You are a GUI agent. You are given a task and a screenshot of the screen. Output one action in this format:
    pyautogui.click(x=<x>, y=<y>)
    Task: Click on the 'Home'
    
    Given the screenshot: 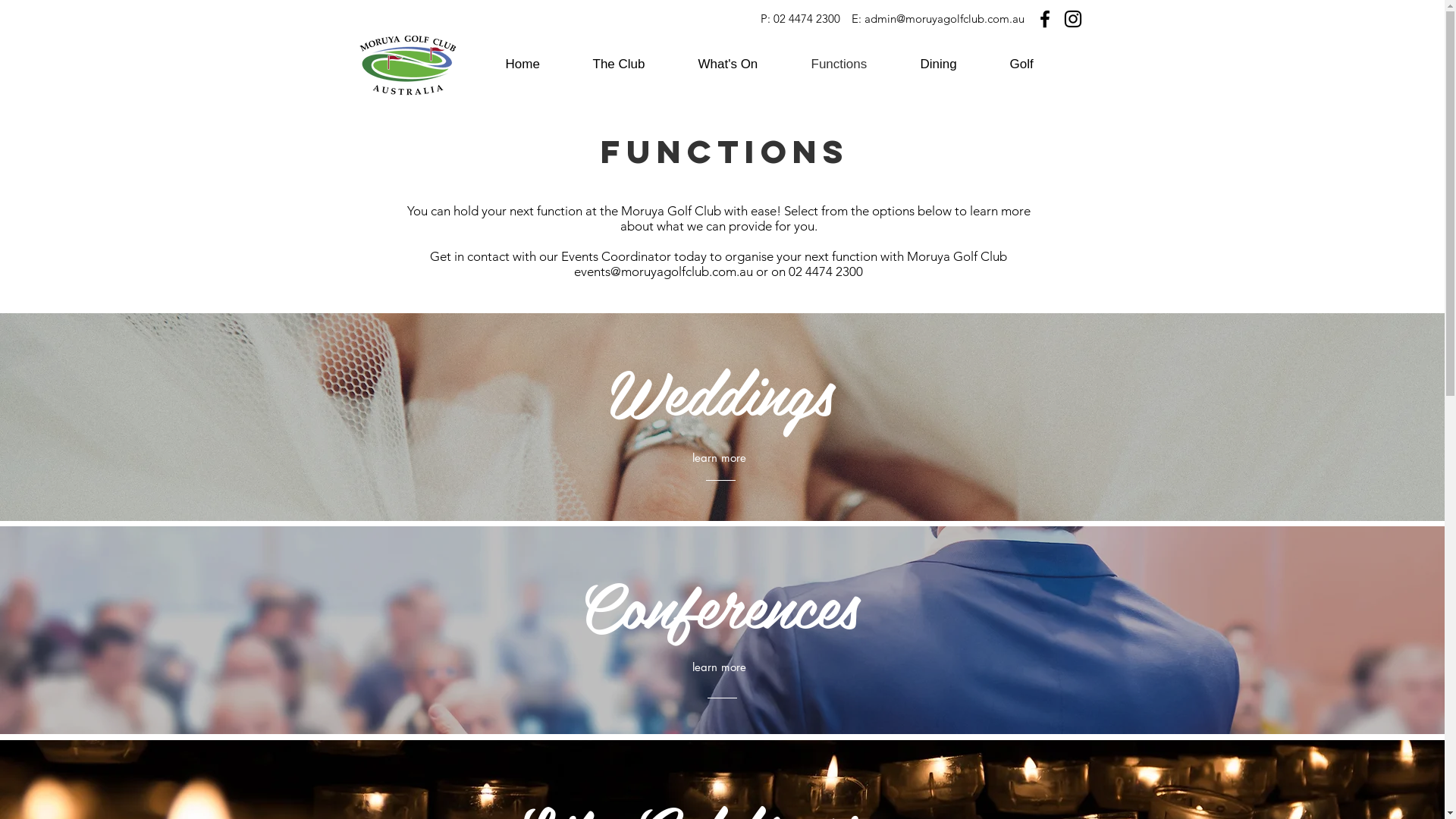 What is the action you would take?
    pyautogui.click(x=538, y=63)
    